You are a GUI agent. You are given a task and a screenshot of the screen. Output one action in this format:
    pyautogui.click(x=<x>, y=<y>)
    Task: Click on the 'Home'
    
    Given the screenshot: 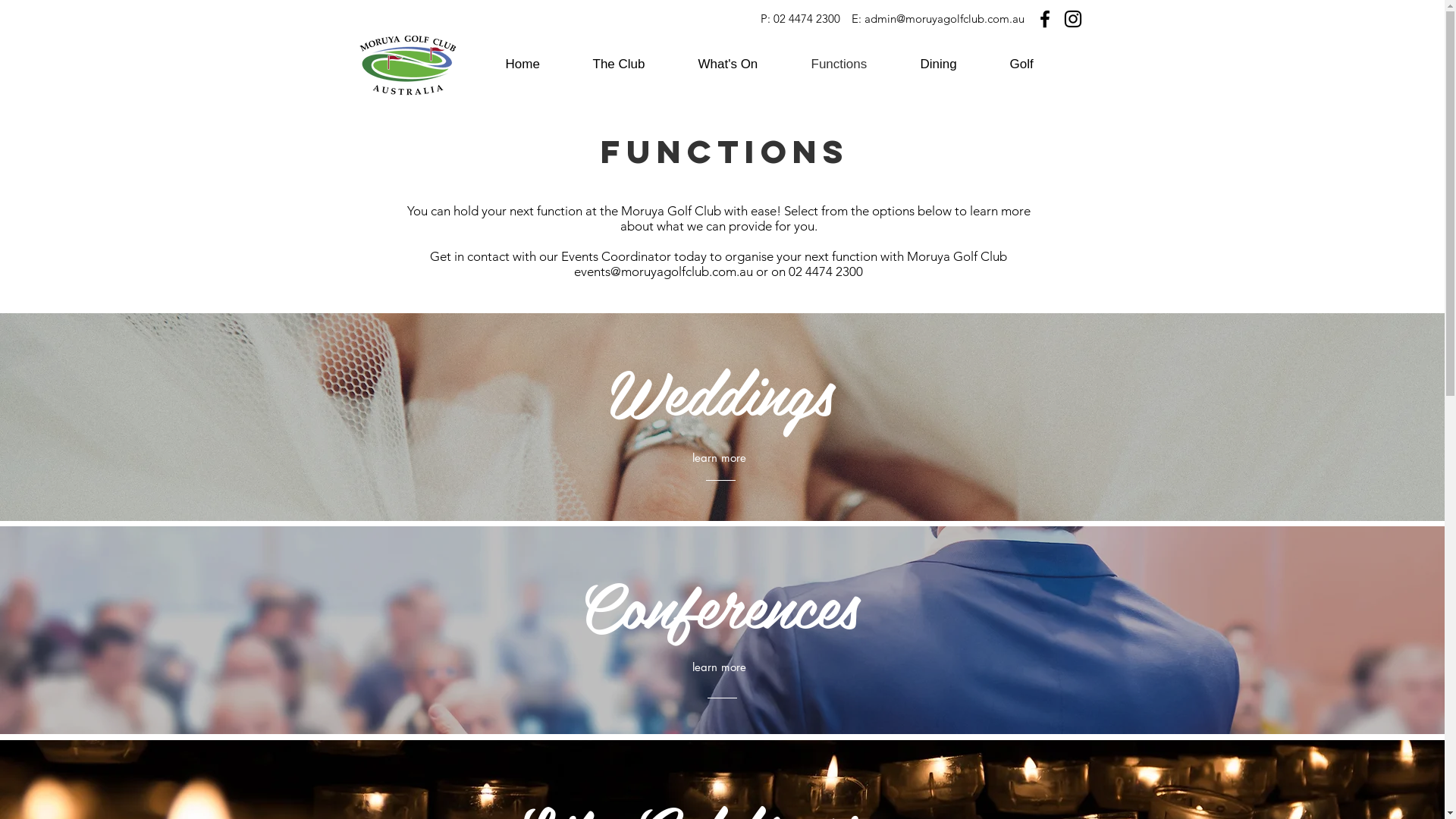 What is the action you would take?
    pyautogui.click(x=538, y=63)
    